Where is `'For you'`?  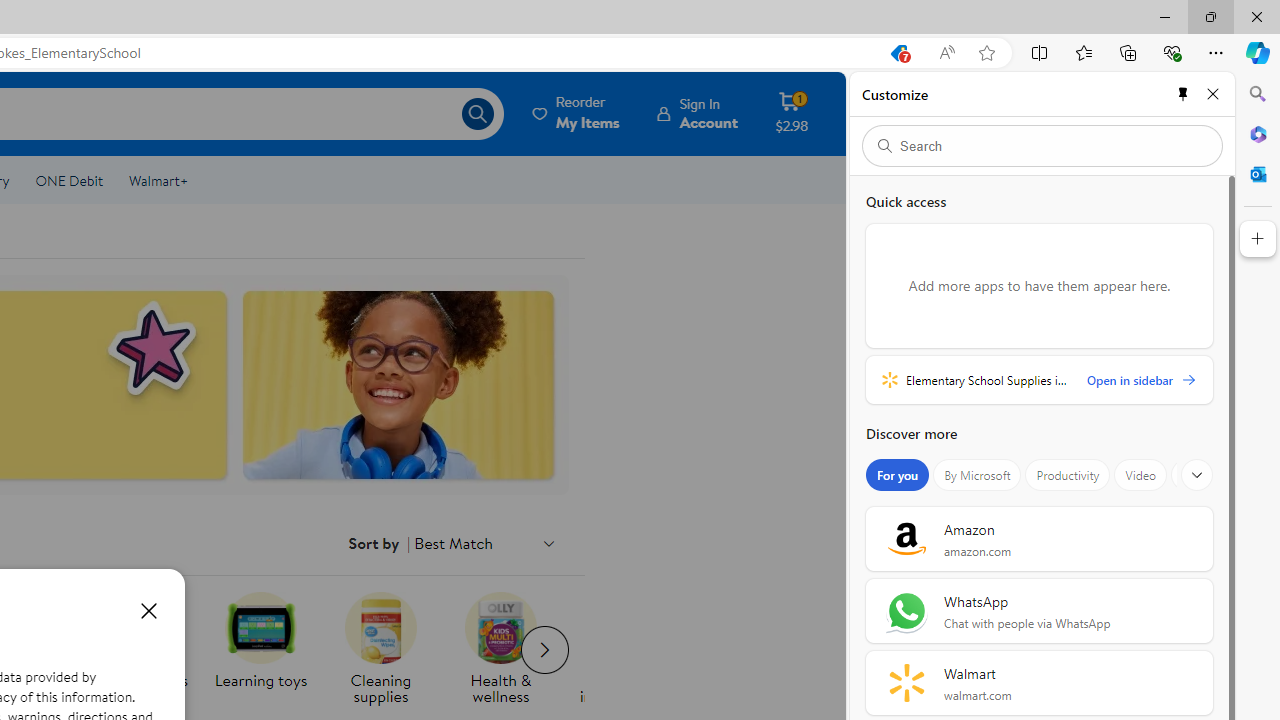 'For you' is located at coordinates (897, 475).